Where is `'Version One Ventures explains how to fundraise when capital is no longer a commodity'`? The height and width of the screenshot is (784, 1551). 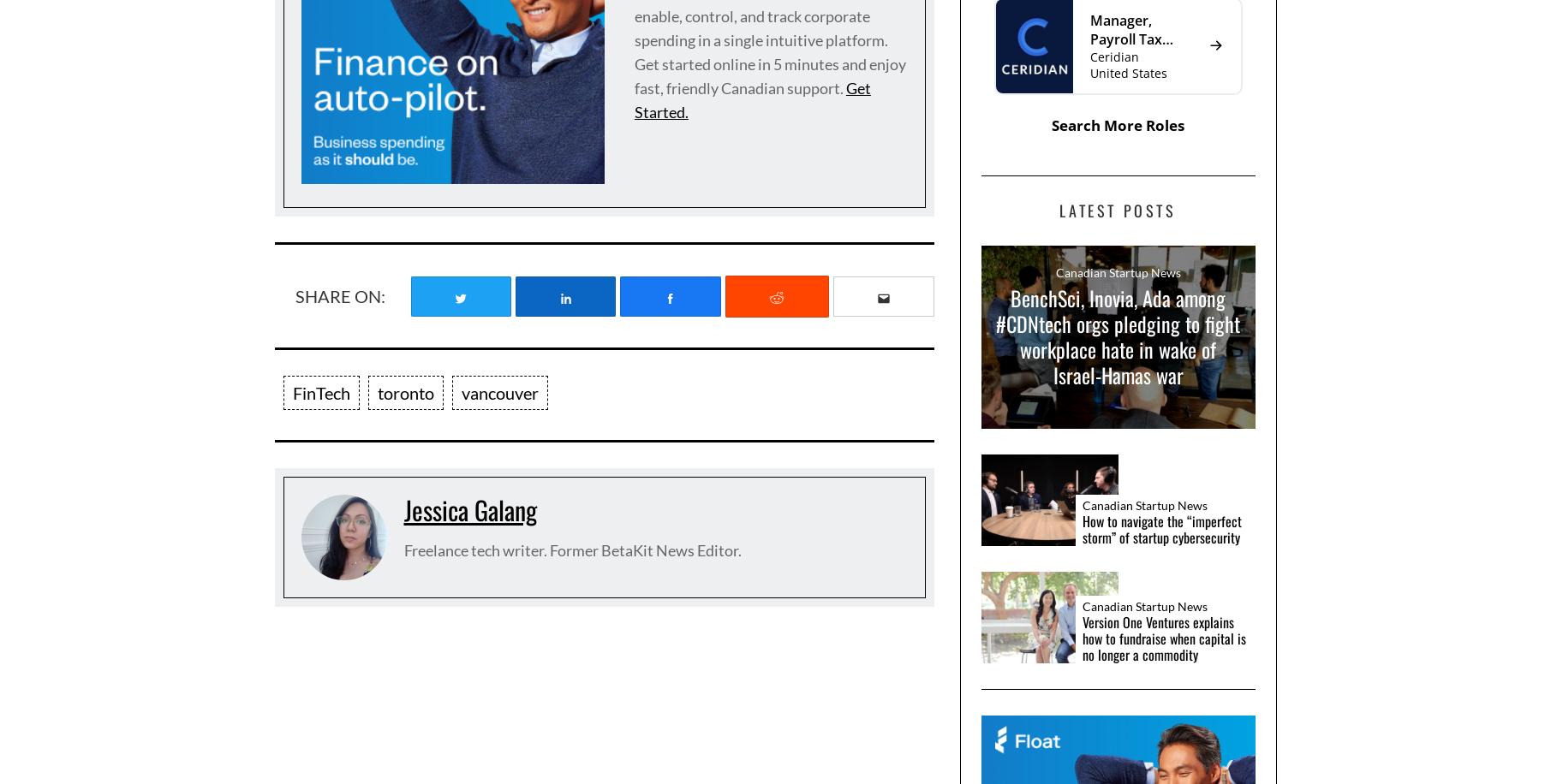
'Version One Ventures explains how to fundraise when capital is no longer a commodity' is located at coordinates (1162, 637).